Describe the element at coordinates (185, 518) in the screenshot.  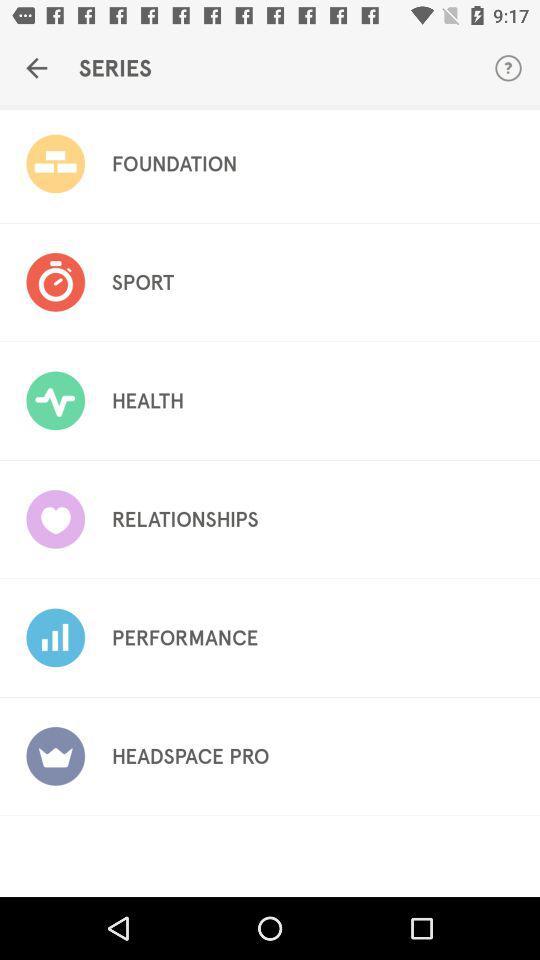
I see `relationships item` at that location.